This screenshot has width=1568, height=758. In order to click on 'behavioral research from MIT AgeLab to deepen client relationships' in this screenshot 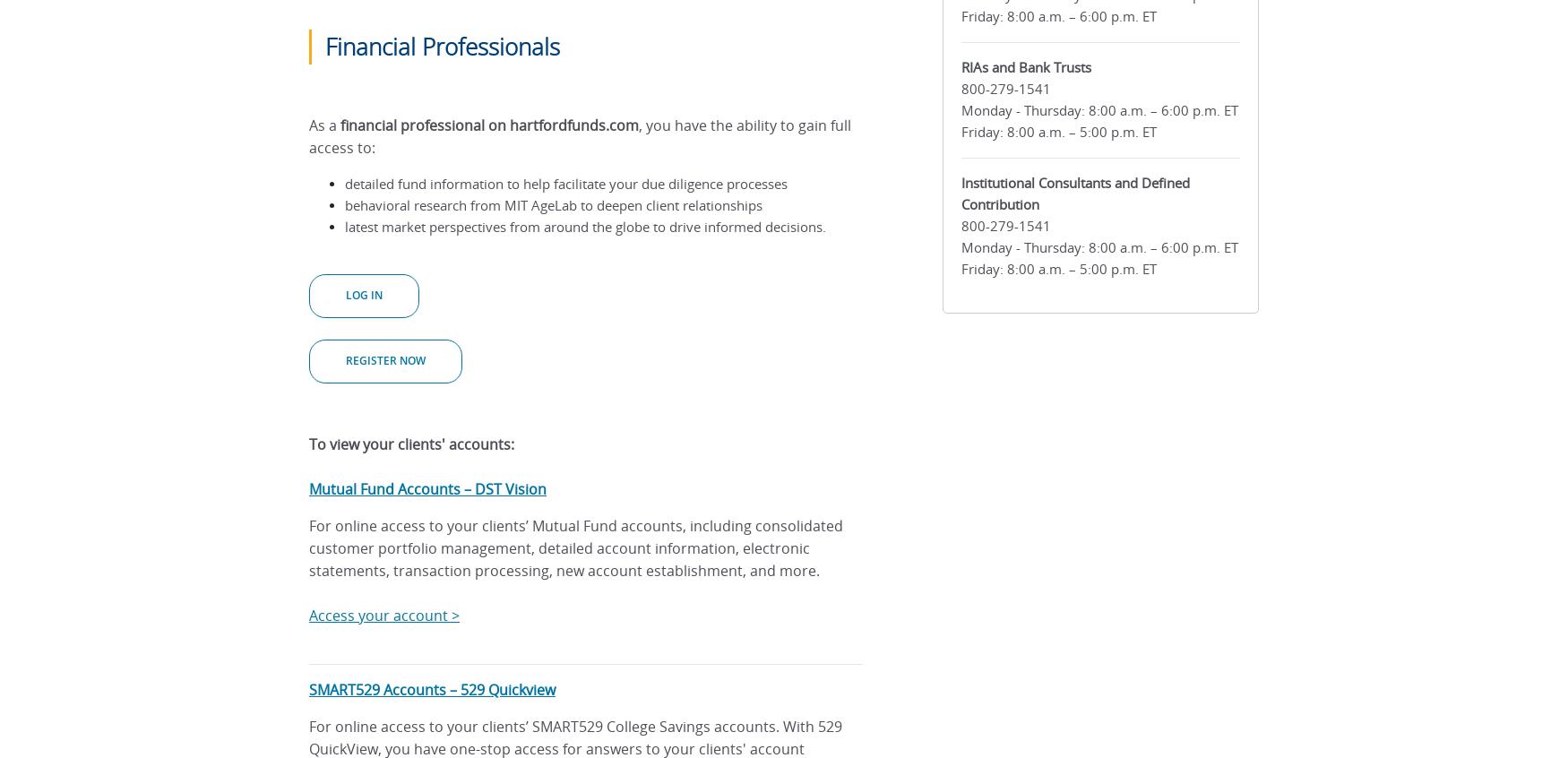, I will do `click(553, 205)`.